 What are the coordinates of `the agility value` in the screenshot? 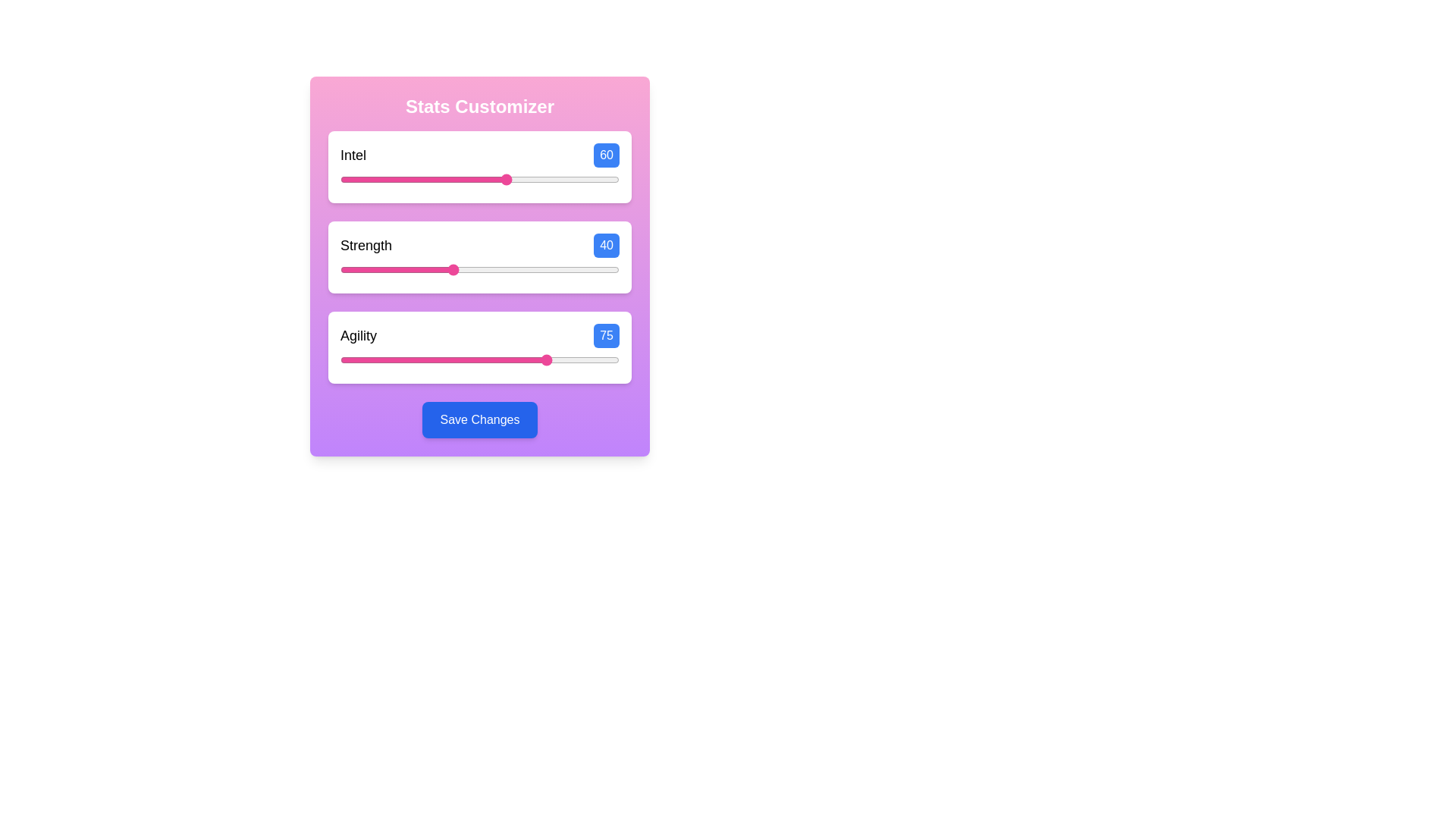 It's located at (491, 359).